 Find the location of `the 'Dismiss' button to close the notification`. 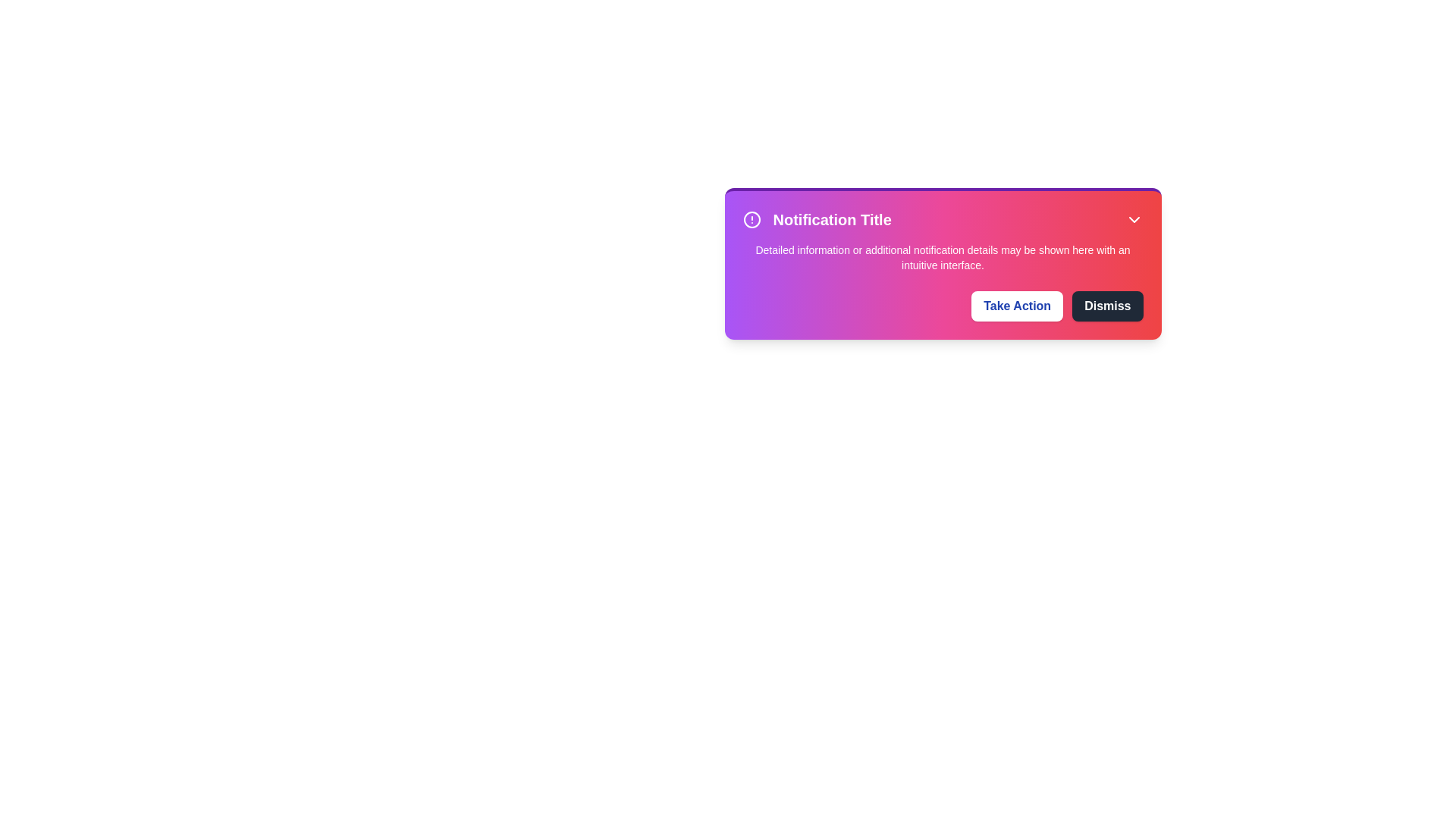

the 'Dismiss' button to close the notification is located at coordinates (1107, 306).